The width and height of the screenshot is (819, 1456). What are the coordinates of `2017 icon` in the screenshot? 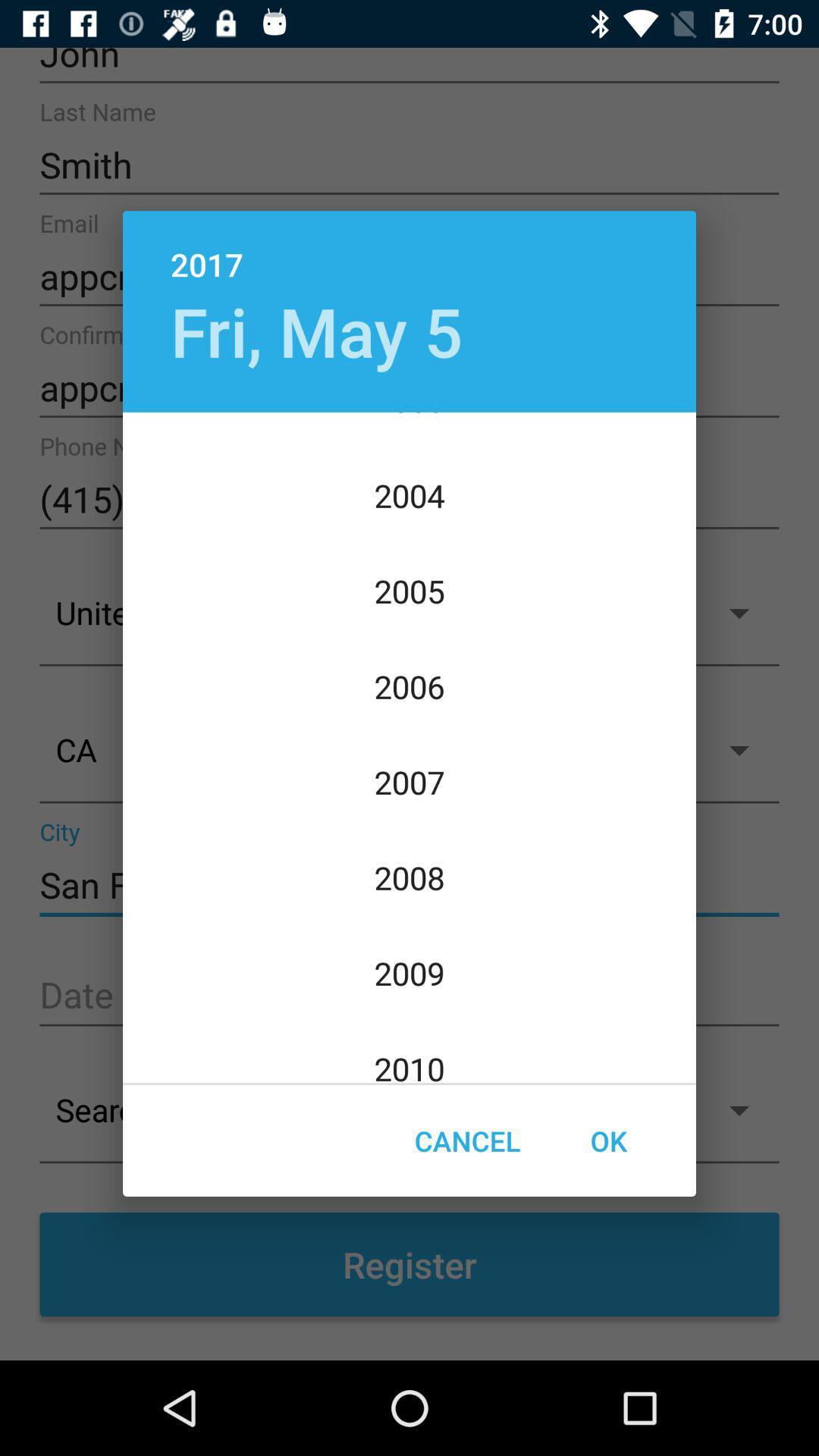 It's located at (409, 248).